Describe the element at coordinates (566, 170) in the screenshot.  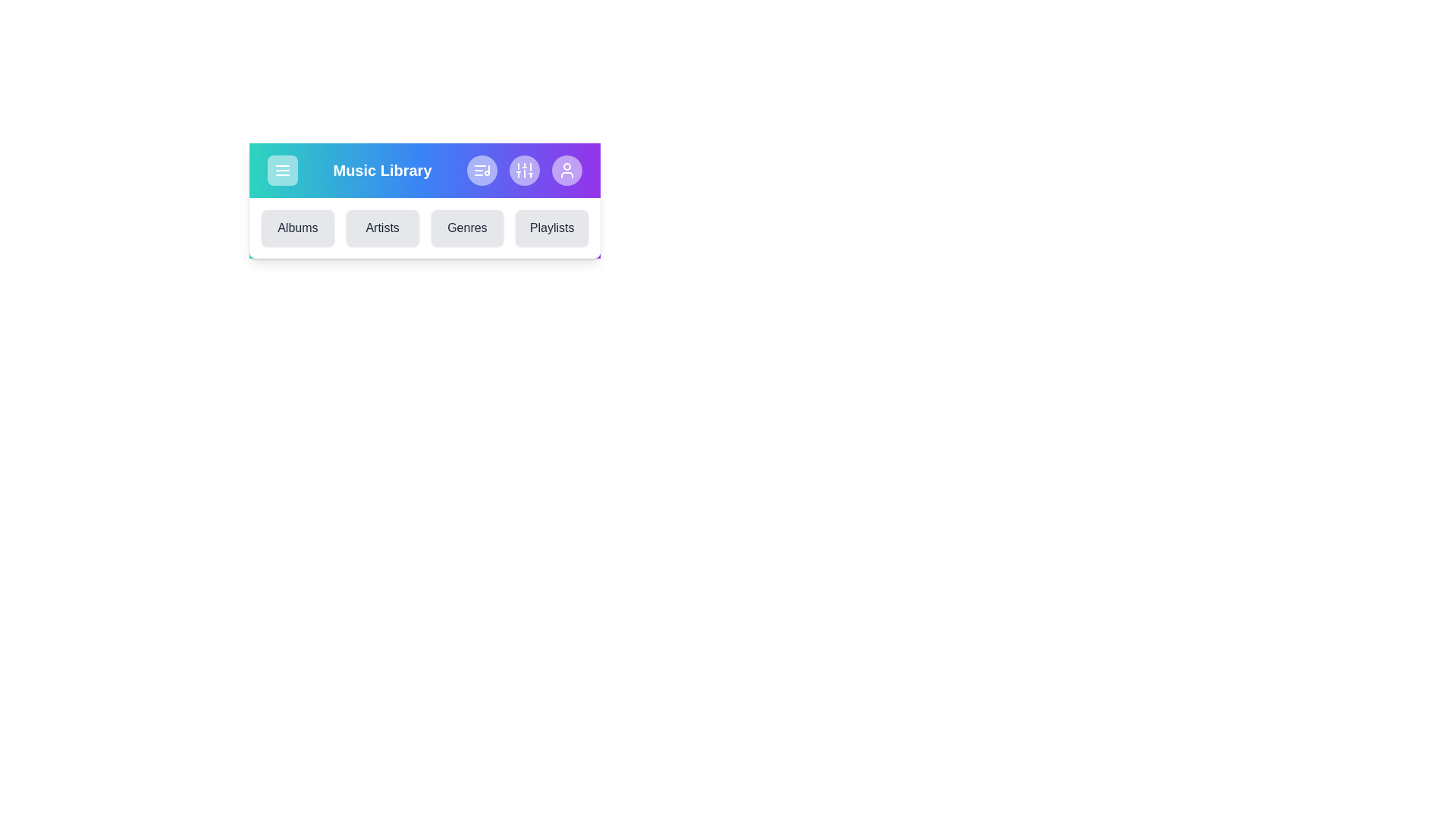
I see `the User icon in the navigation bar` at that location.